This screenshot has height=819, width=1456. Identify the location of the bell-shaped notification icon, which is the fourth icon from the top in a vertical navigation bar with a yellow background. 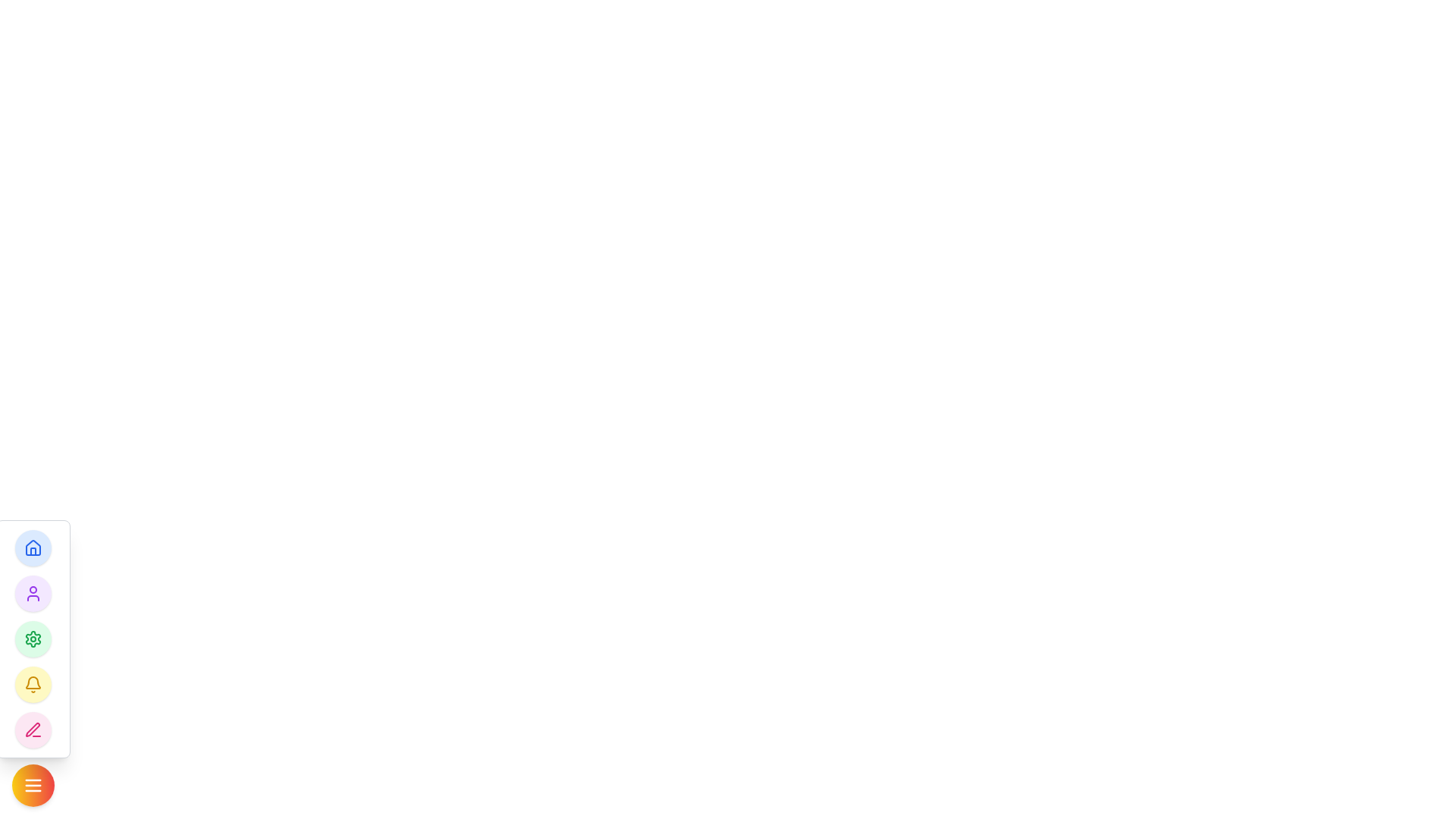
(33, 684).